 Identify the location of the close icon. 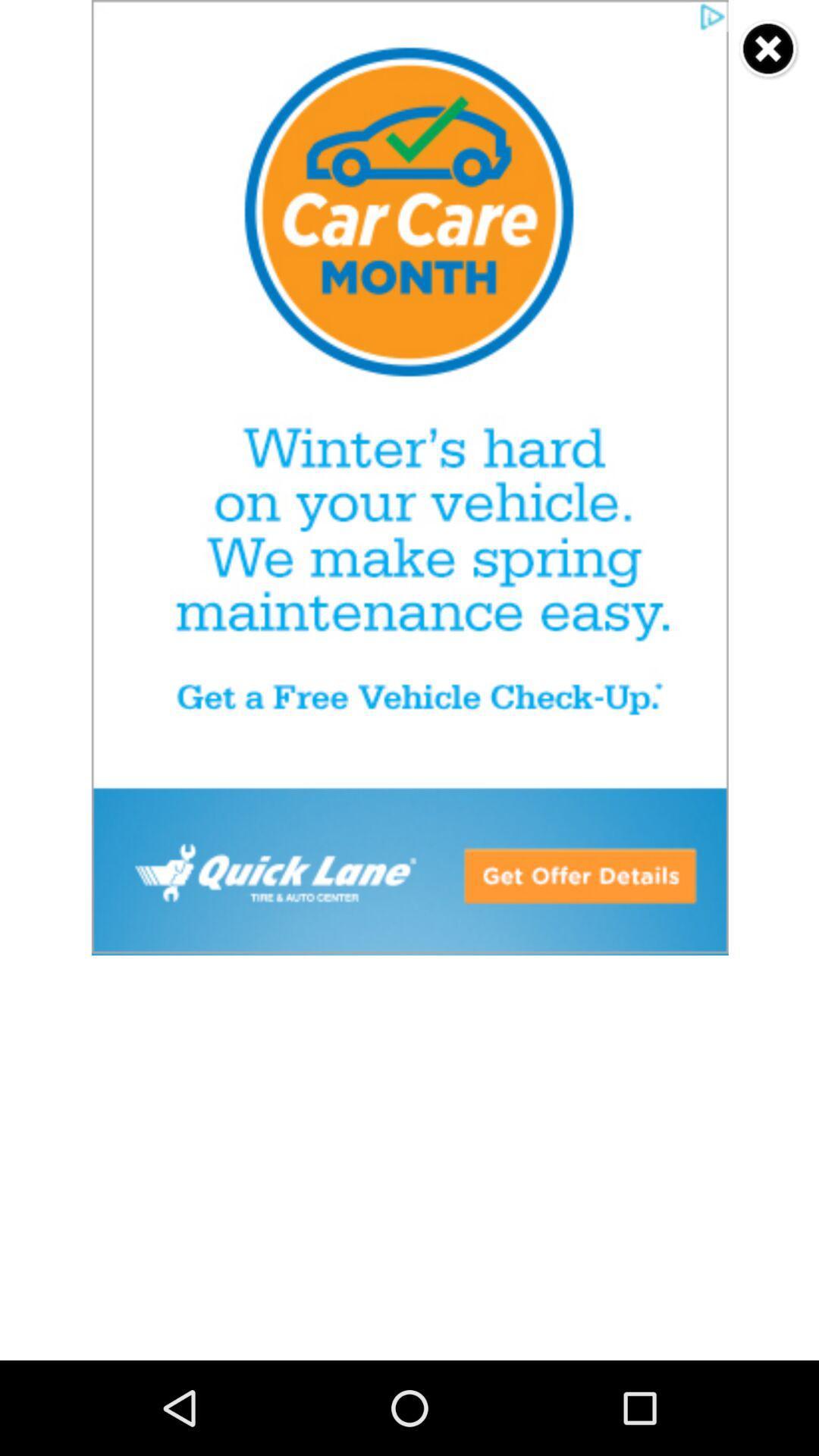
(769, 53).